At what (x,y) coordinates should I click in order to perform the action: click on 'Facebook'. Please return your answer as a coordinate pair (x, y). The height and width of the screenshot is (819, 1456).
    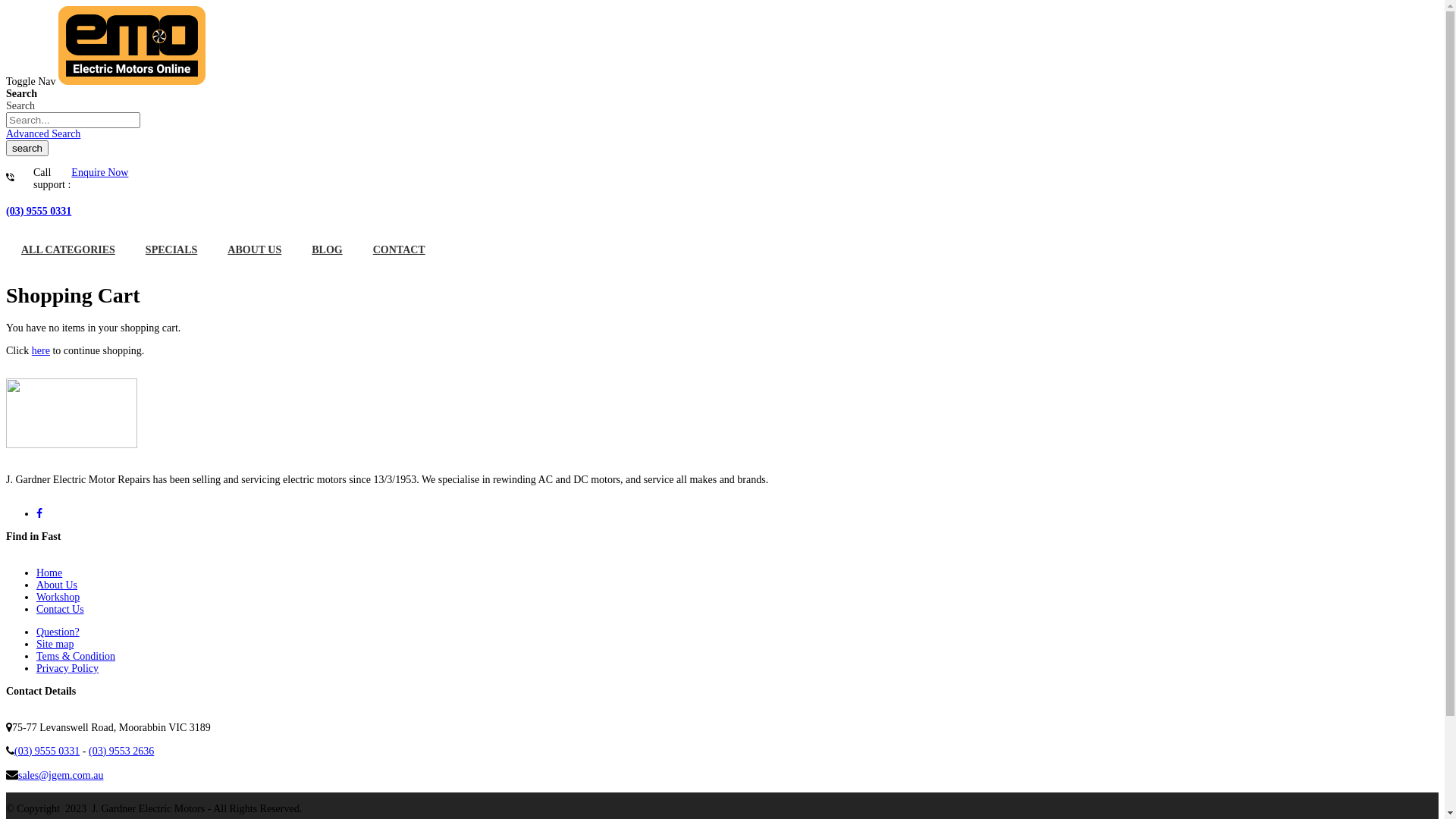
    Looking at the image, I should click on (39, 513).